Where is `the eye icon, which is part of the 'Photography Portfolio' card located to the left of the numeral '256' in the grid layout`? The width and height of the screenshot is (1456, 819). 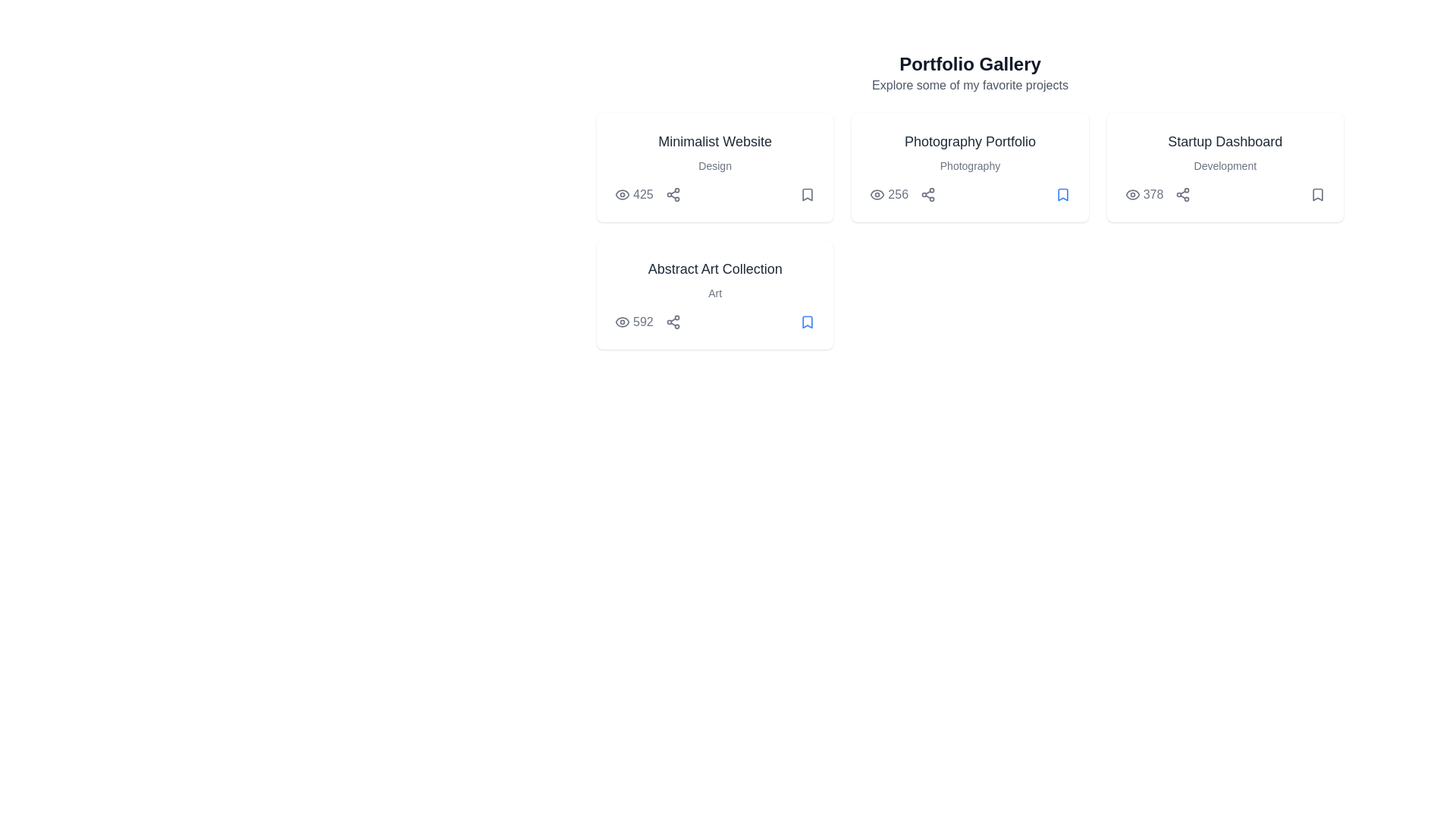
the eye icon, which is part of the 'Photography Portfolio' card located to the left of the numeral '256' in the grid layout is located at coordinates (877, 194).